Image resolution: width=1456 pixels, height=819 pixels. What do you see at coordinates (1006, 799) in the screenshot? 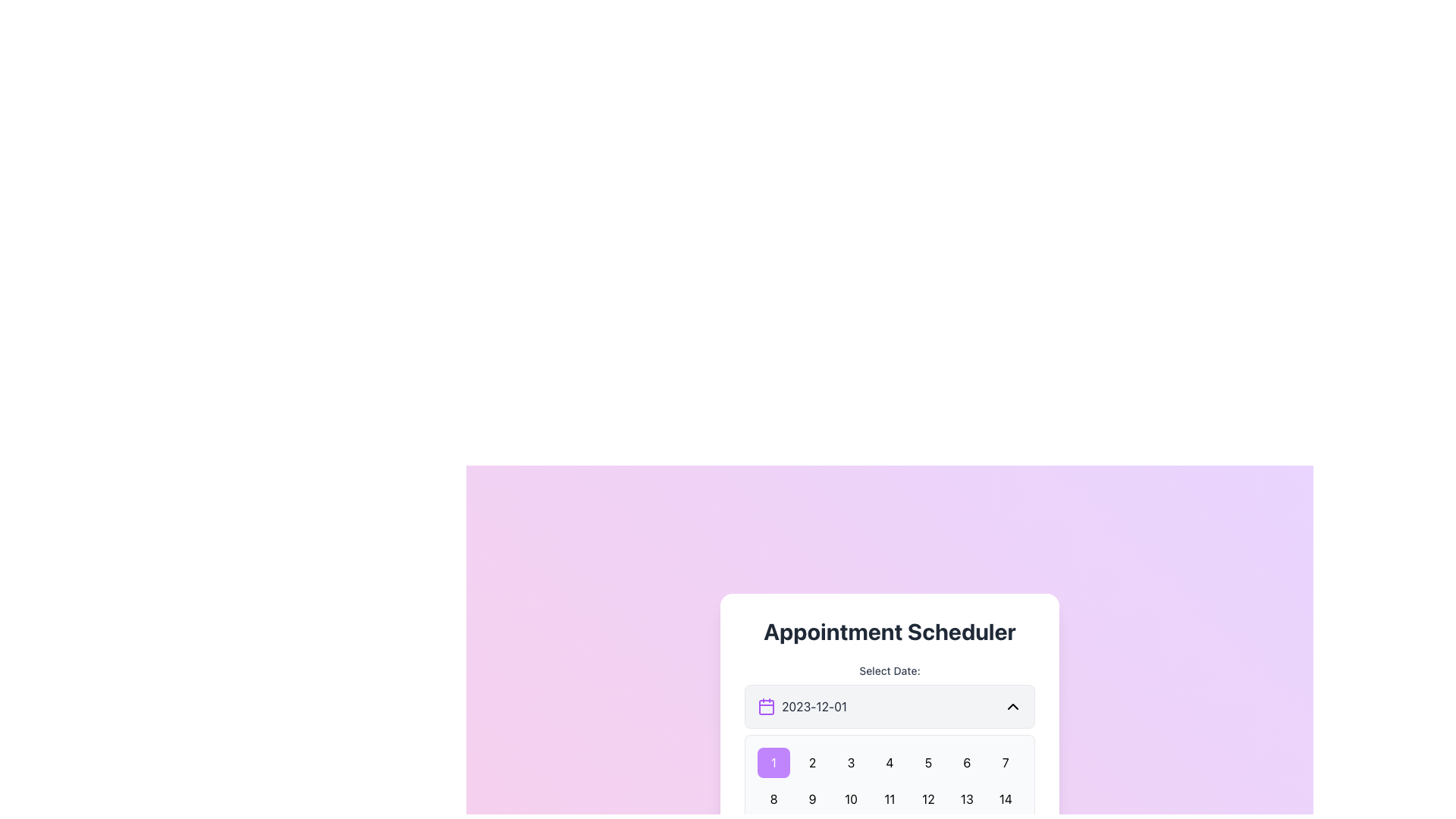
I see `the rounded square button containing the number '14'` at bounding box center [1006, 799].